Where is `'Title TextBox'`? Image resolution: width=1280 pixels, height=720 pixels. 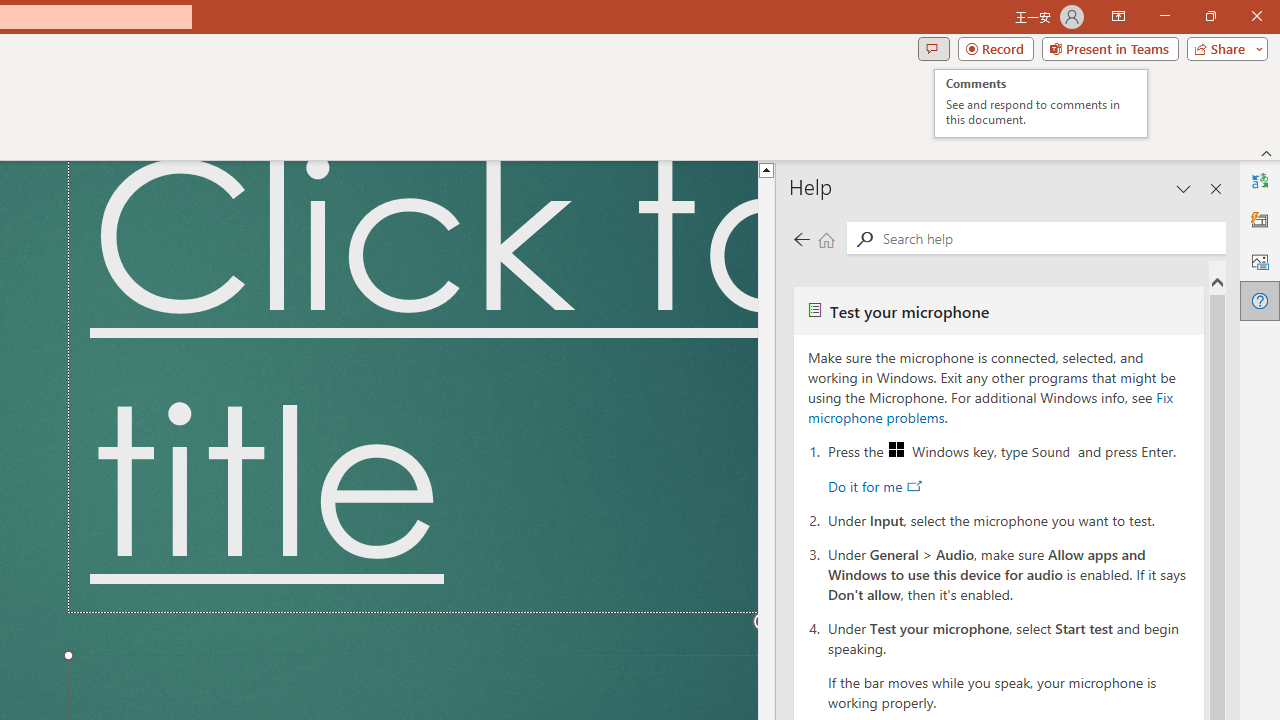
'Title TextBox' is located at coordinates (411, 387).